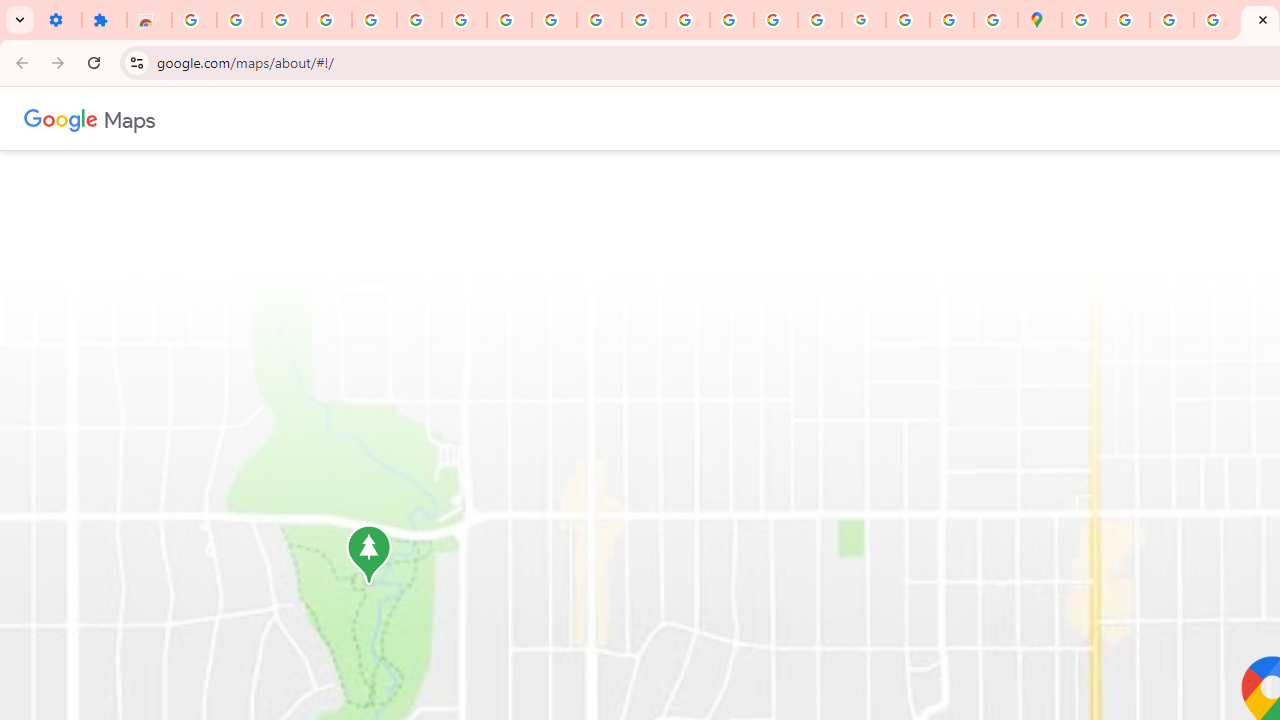 Image resolution: width=1280 pixels, height=720 pixels. What do you see at coordinates (59, 20) in the screenshot?
I see `'Settings - On startup'` at bounding box center [59, 20].